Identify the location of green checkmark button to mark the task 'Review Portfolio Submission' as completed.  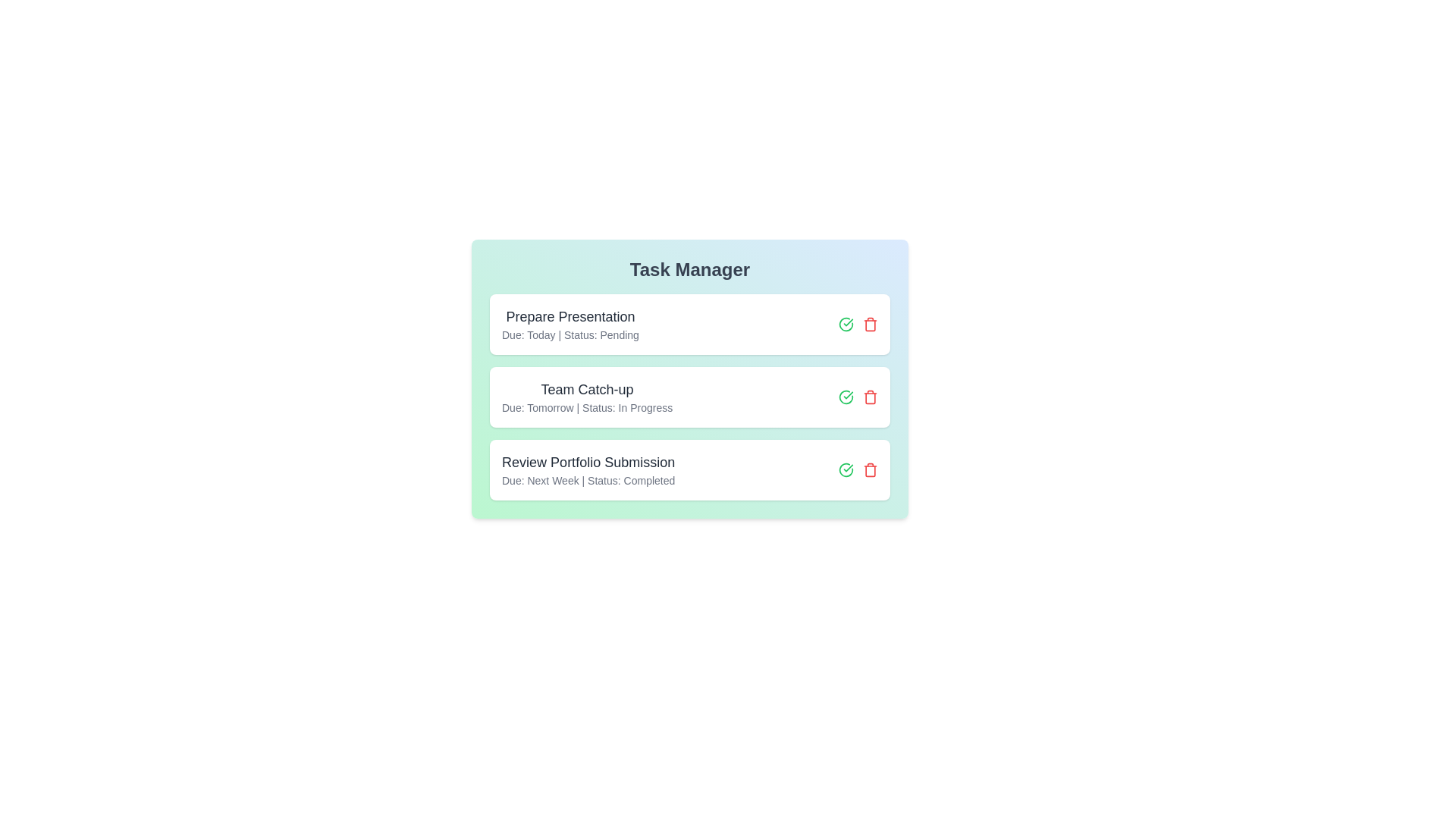
(846, 469).